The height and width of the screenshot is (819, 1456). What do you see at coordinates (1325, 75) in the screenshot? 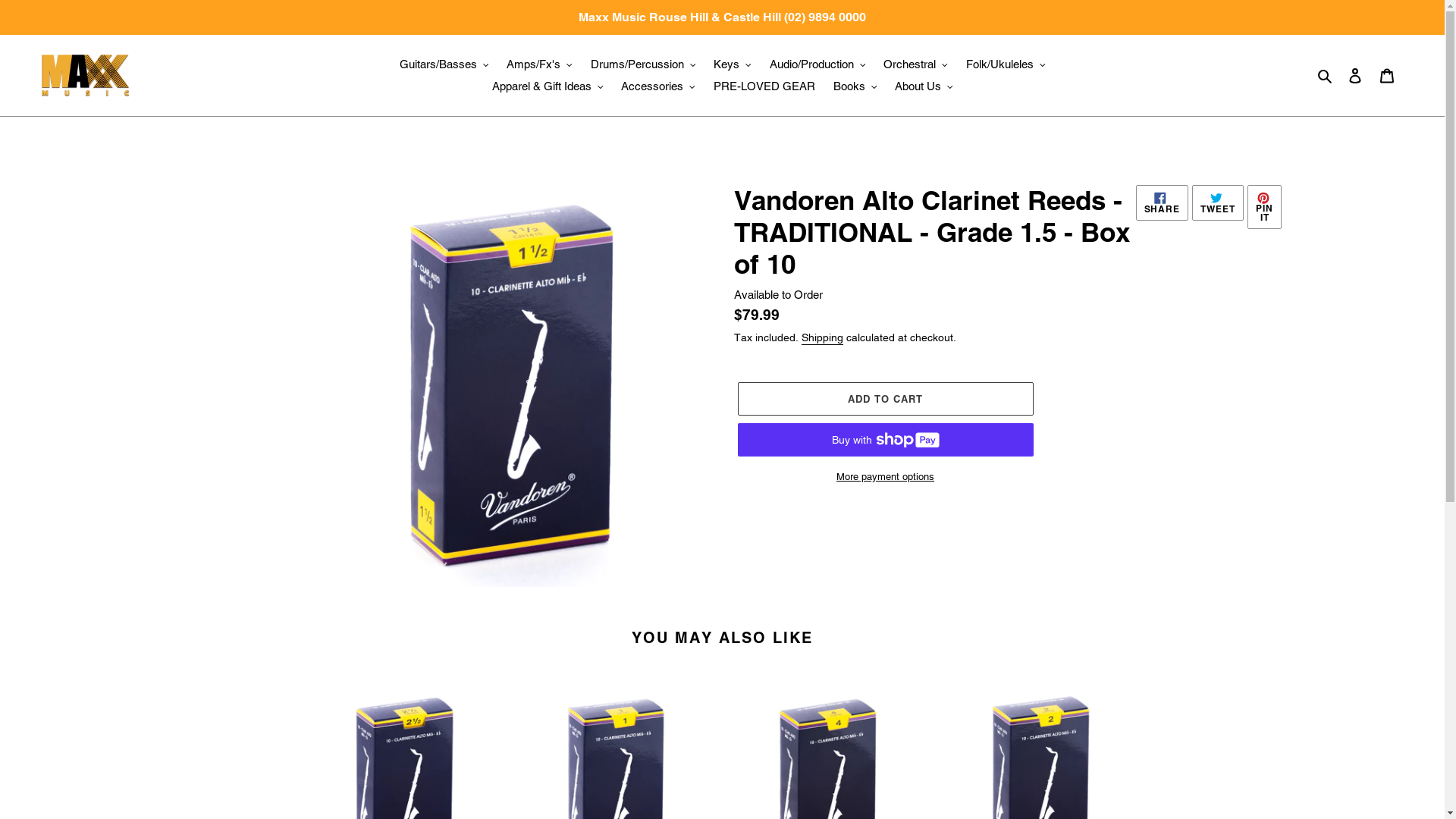
I see `'Search'` at bounding box center [1325, 75].